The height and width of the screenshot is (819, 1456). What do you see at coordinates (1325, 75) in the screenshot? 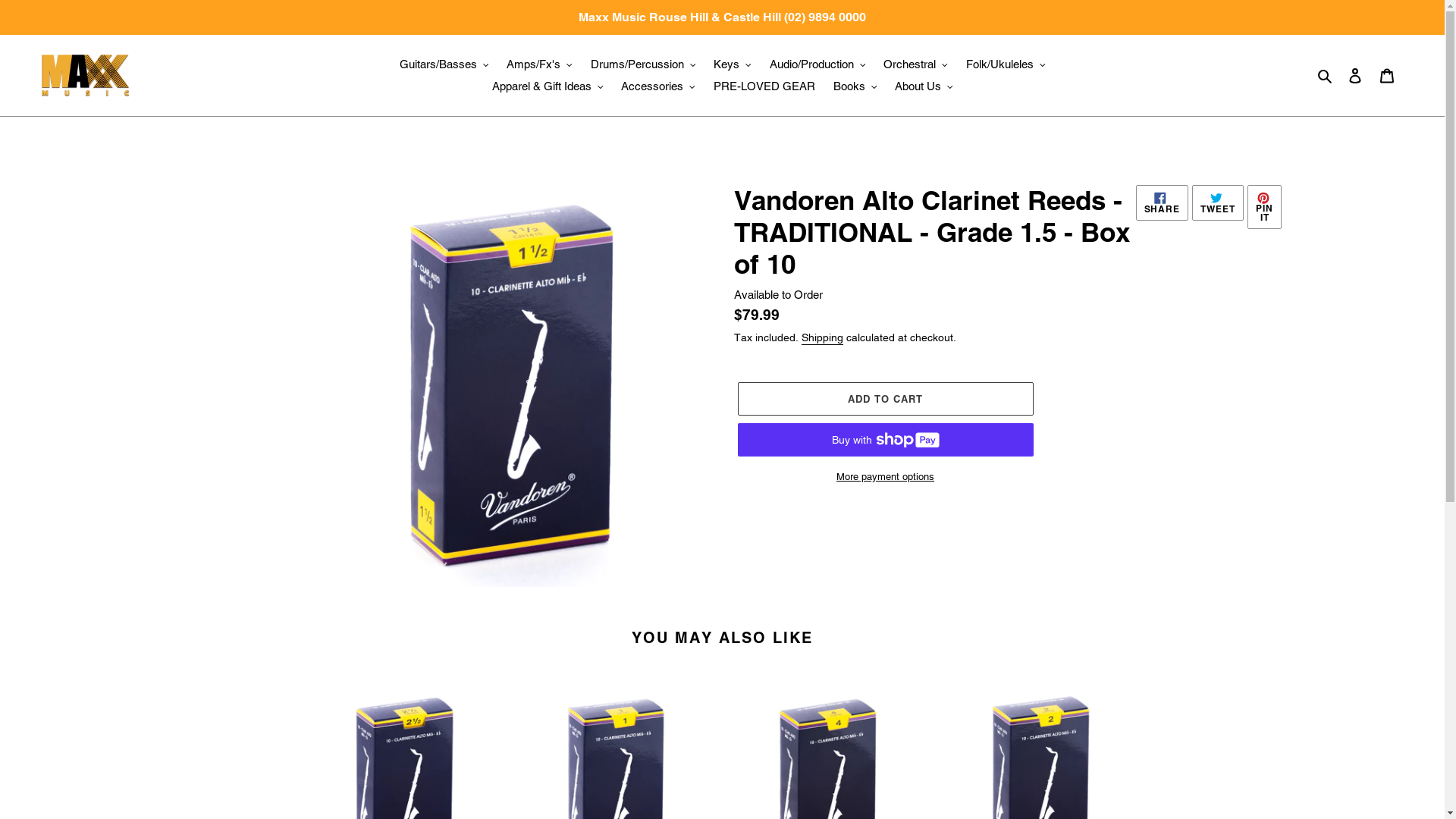
I see `'Search'` at bounding box center [1325, 75].